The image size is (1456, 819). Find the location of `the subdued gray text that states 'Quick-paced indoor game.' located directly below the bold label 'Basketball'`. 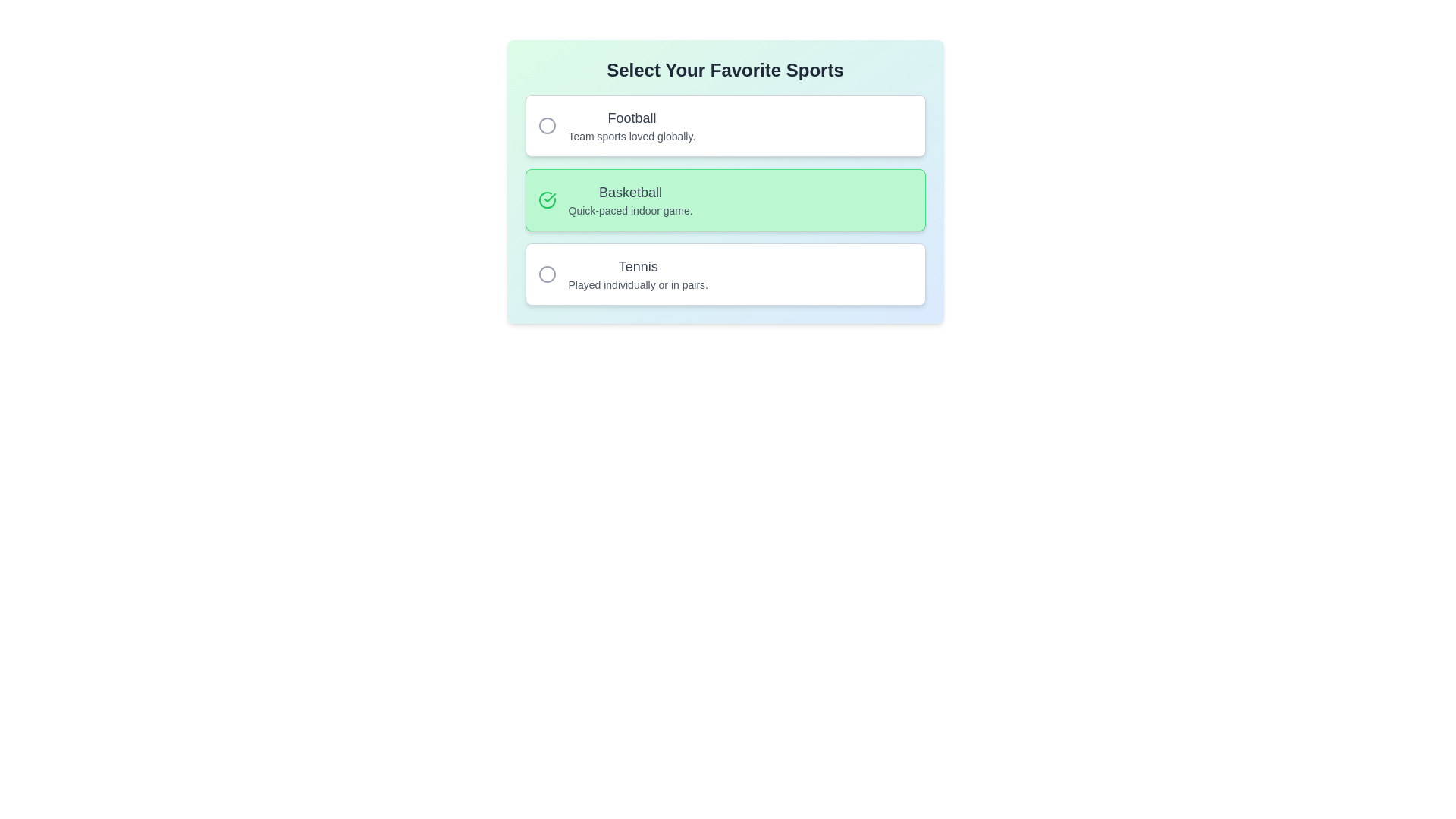

the subdued gray text that states 'Quick-paced indoor game.' located directly below the bold label 'Basketball' is located at coordinates (630, 210).